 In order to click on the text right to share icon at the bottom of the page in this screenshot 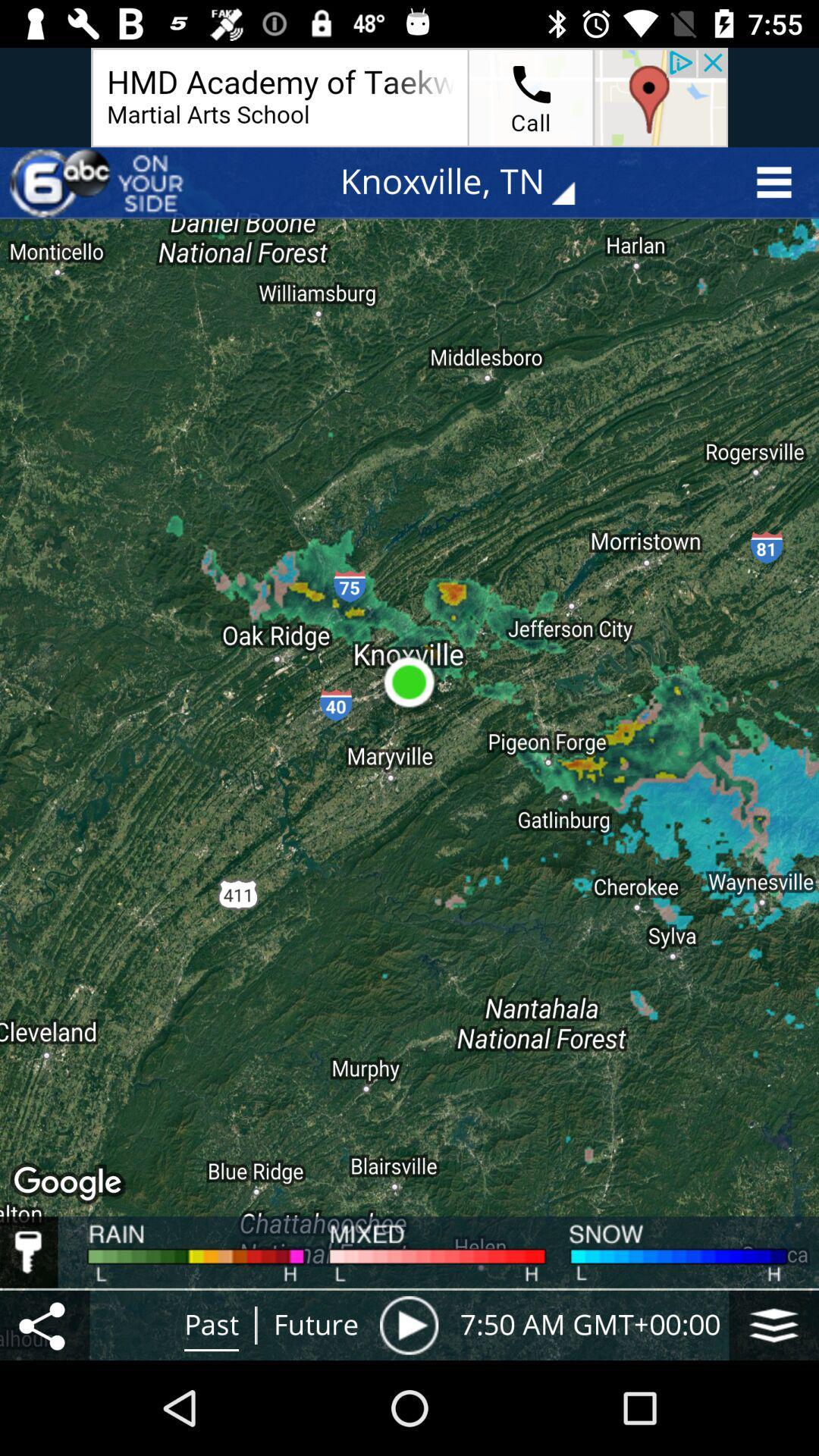, I will do `click(211, 1324)`.